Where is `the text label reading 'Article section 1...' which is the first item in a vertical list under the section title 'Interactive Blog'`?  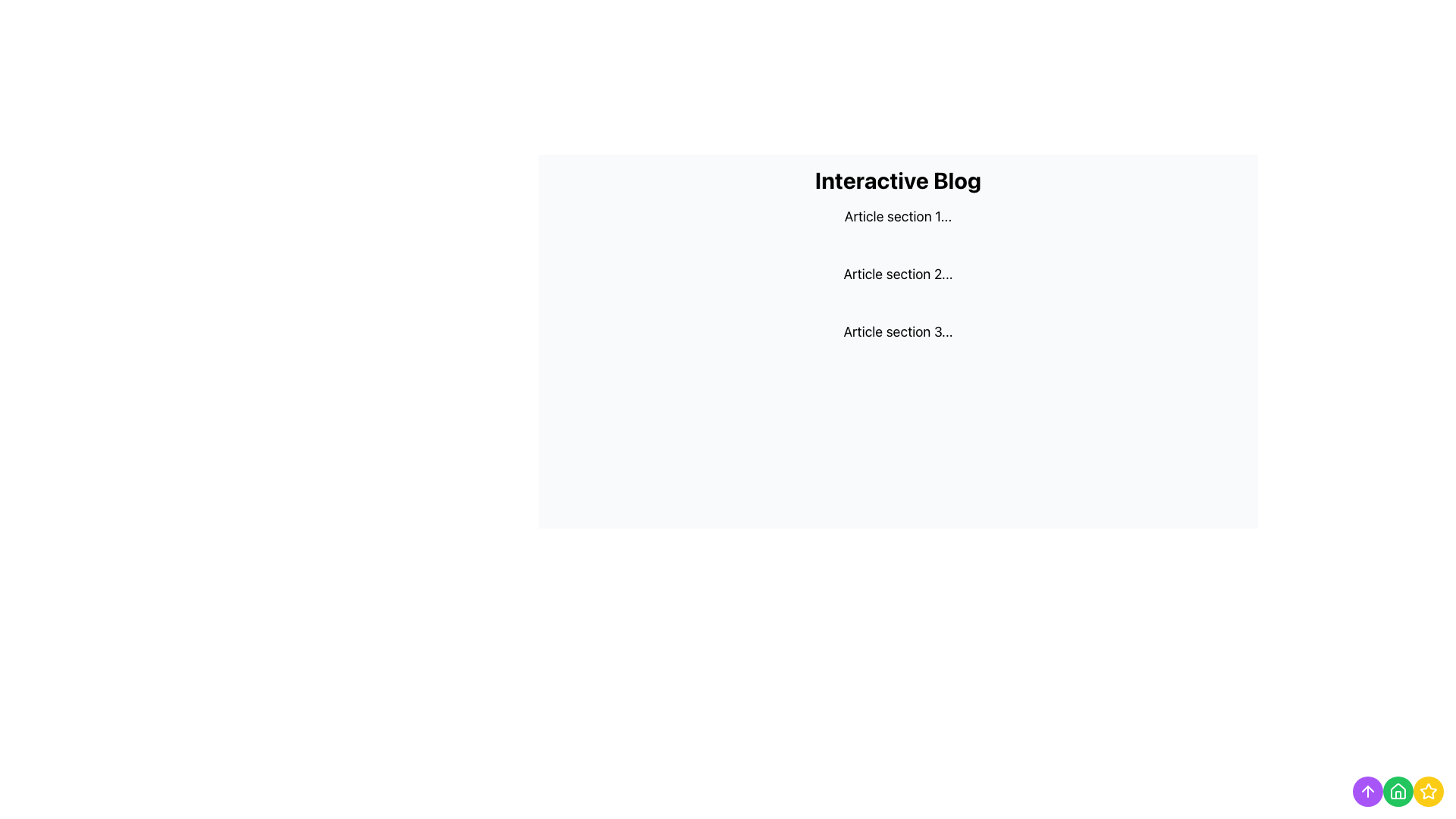
the text label reading 'Article section 1...' which is the first item in a vertical list under the section title 'Interactive Blog' is located at coordinates (898, 216).